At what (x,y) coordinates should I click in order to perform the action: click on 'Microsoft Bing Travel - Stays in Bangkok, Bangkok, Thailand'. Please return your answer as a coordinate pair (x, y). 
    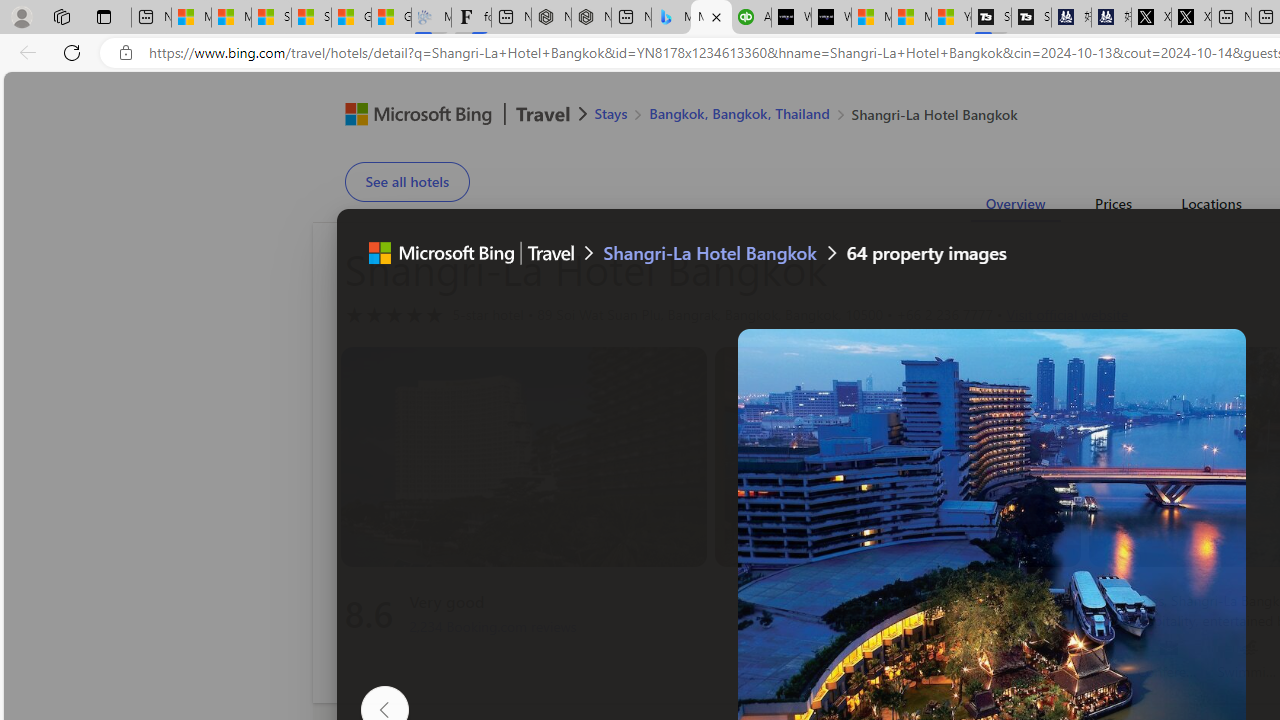
    Looking at the image, I should click on (671, 17).